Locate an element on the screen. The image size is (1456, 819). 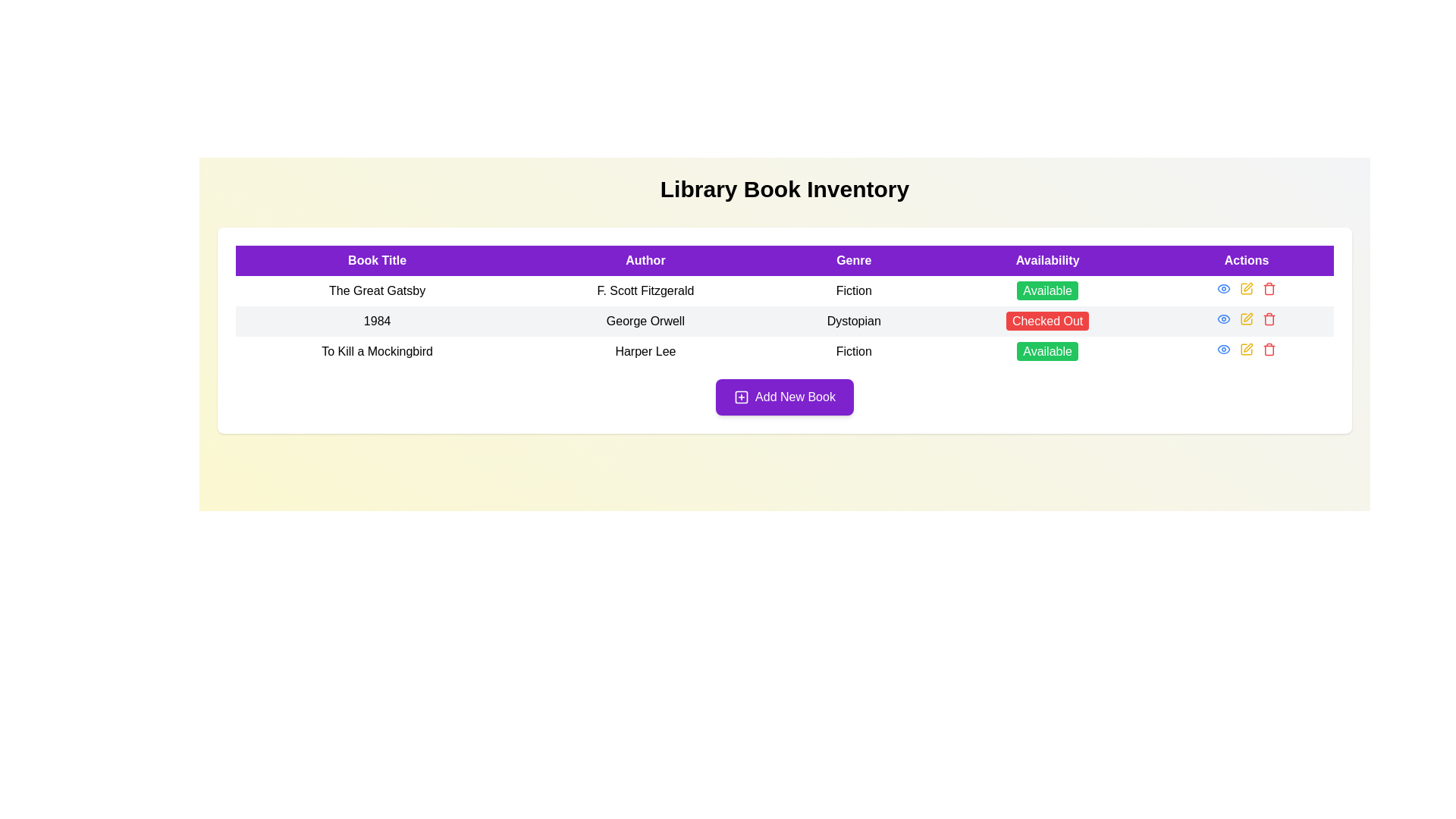
the header label for the column that lists the titles of books, which is located at the leftmost position of the horizontal row of headers, directly preceding the 'Author' header is located at coordinates (377, 259).